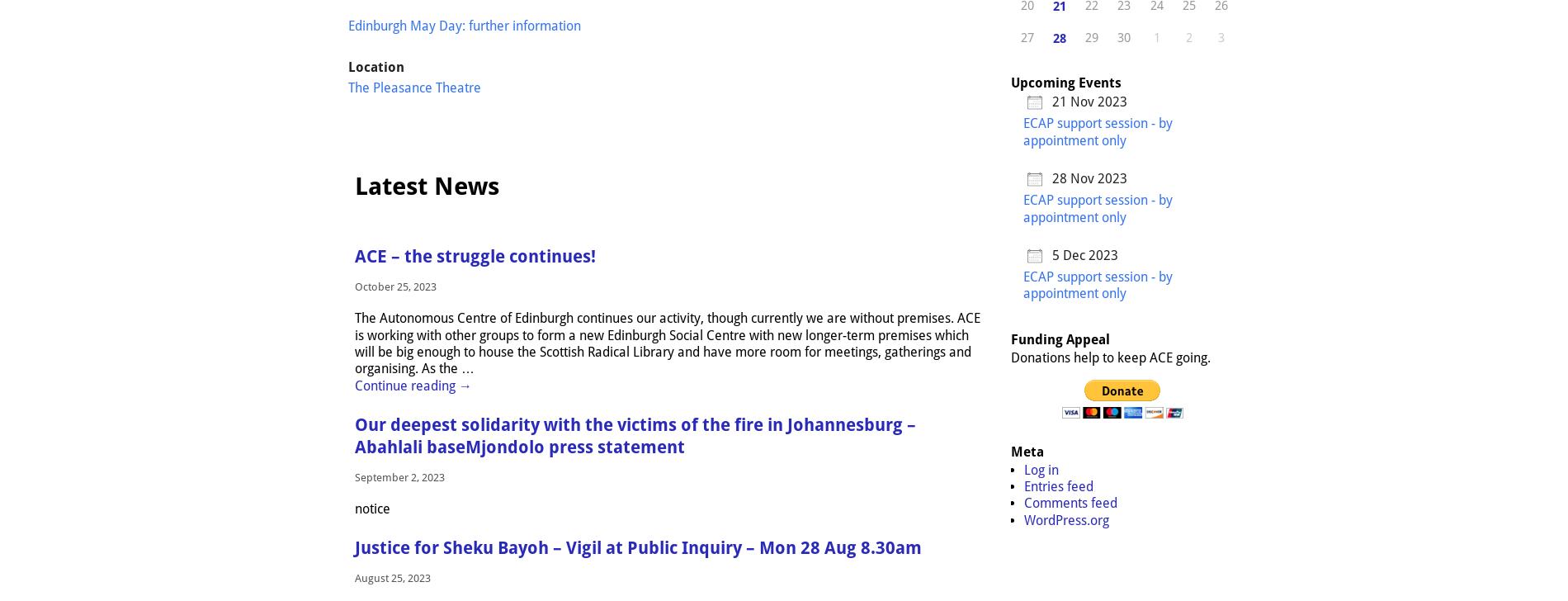 Image resolution: width=1568 pixels, height=601 pixels. I want to click on 'Meta', so click(1027, 451).